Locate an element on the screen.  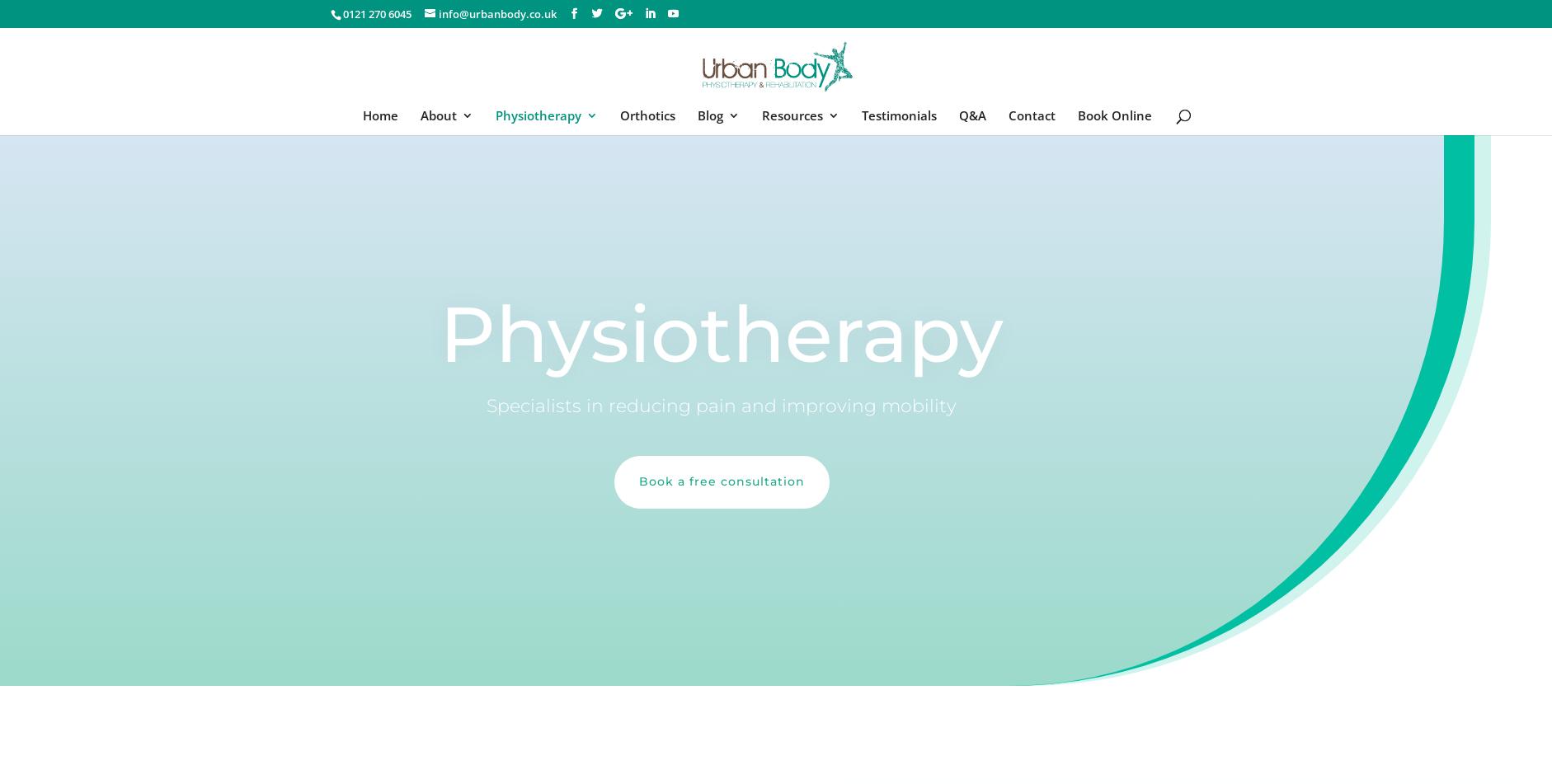
'Resources' is located at coordinates (762, 115).